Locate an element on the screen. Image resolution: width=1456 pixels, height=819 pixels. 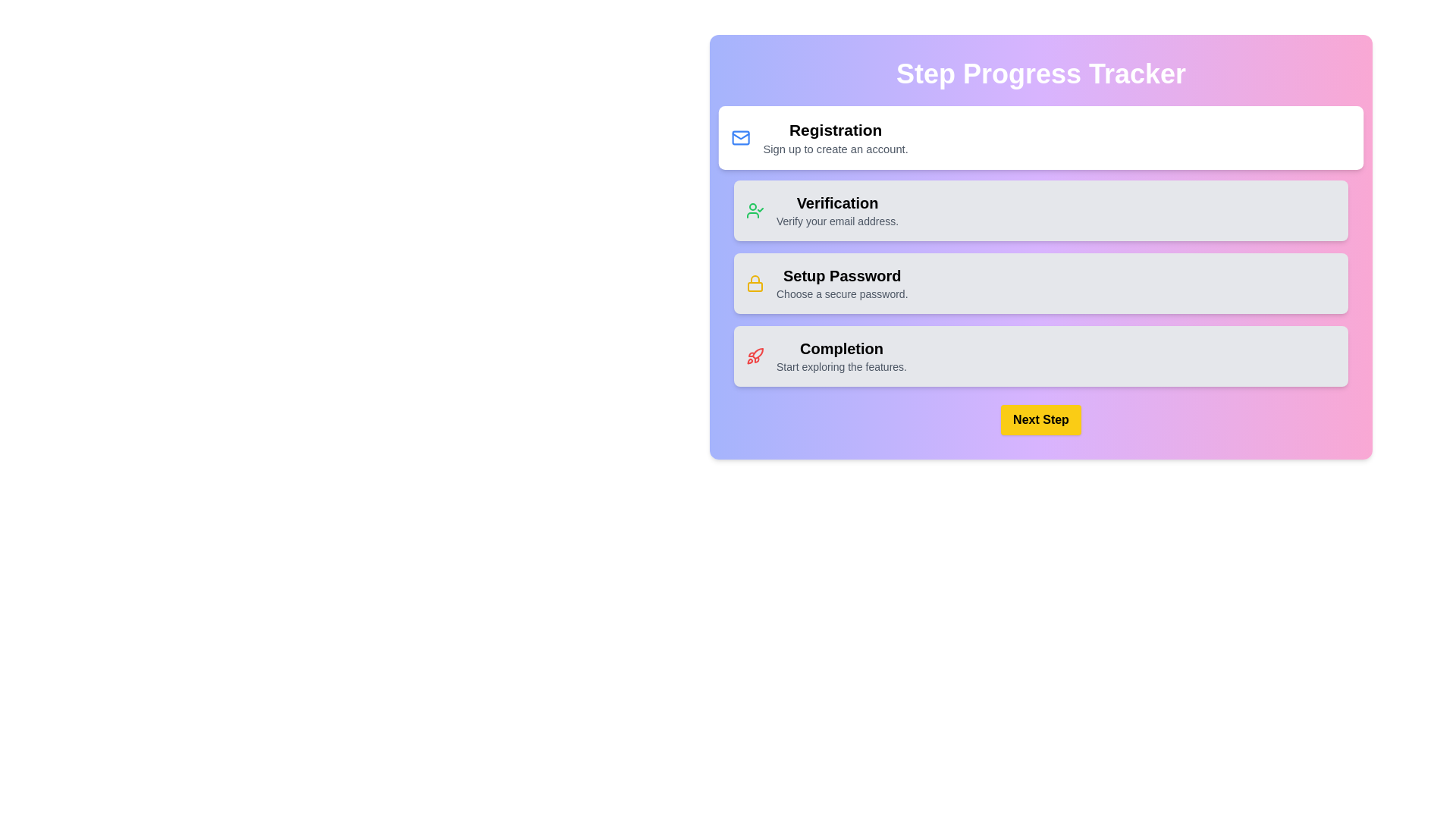
the bold text 'Completion' which is styled in a larger font size, located in a card with a light gray background, part of a step progress tracker is located at coordinates (840, 348).